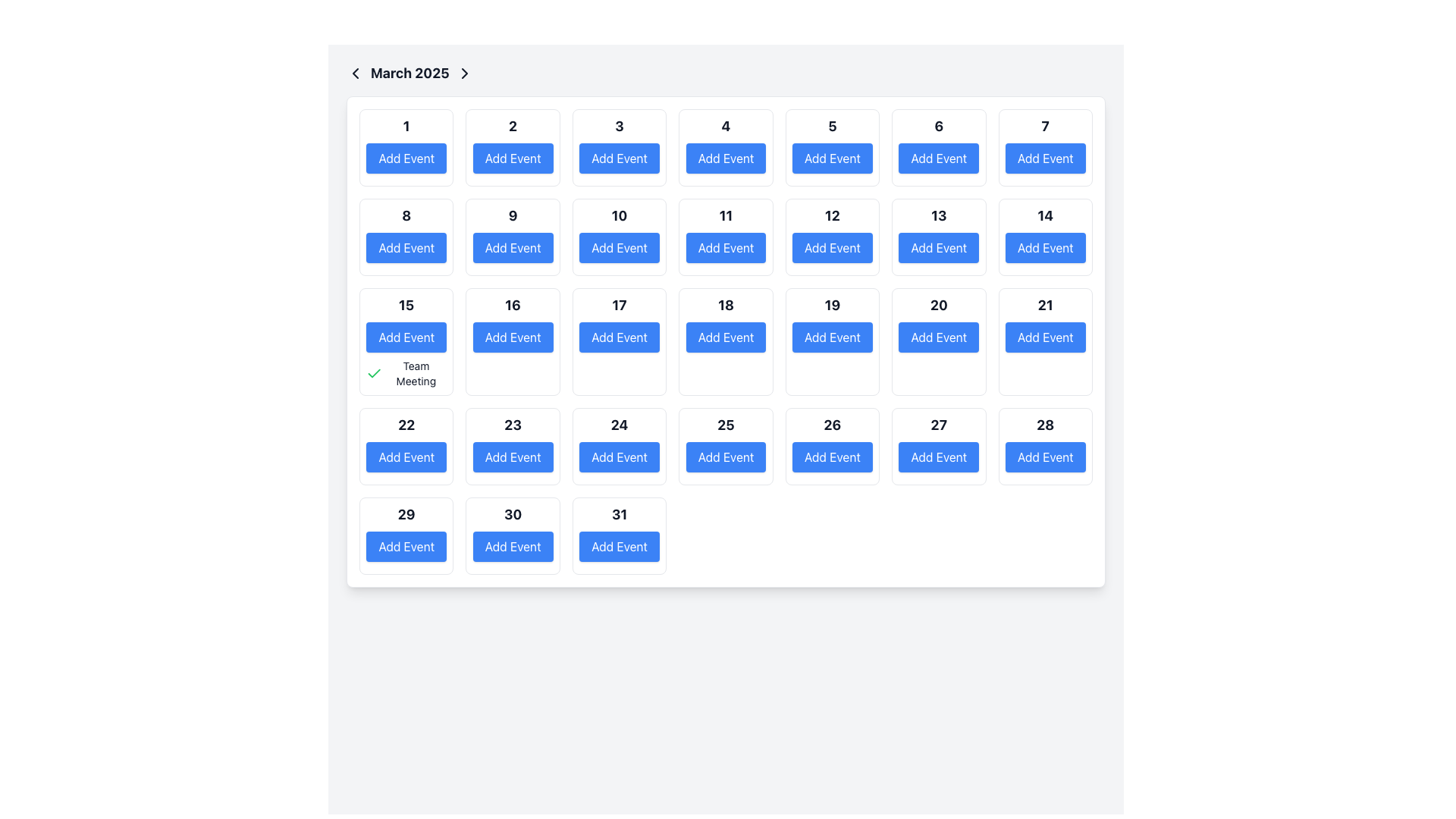 The image size is (1456, 819). What do you see at coordinates (513, 342) in the screenshot?
I see `the 'Add Event' button for the 16th day of the month in the calendar display to change its appearance` at bounding box center [513, 342].